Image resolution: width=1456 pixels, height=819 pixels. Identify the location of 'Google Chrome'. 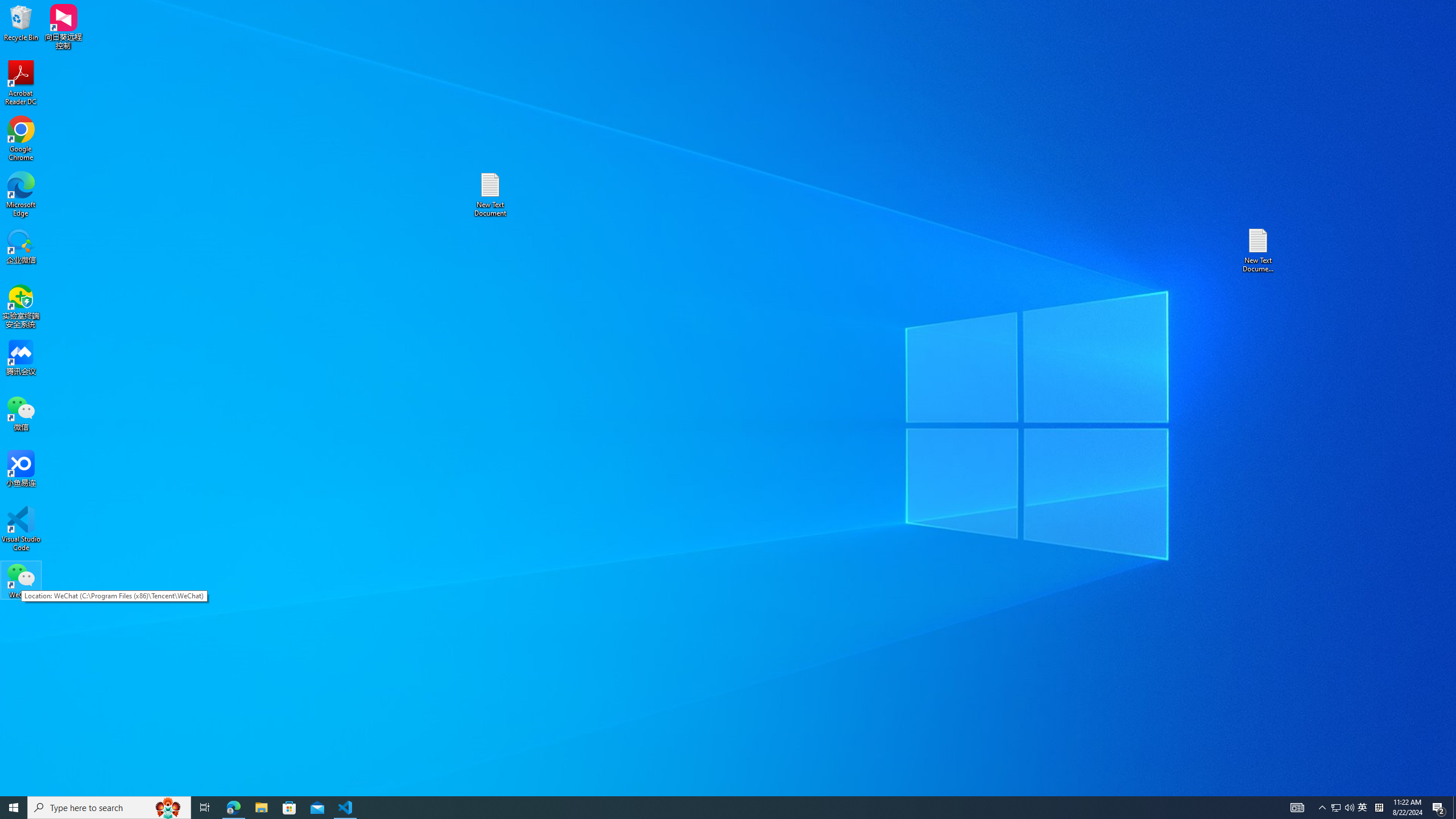
(20, 139).